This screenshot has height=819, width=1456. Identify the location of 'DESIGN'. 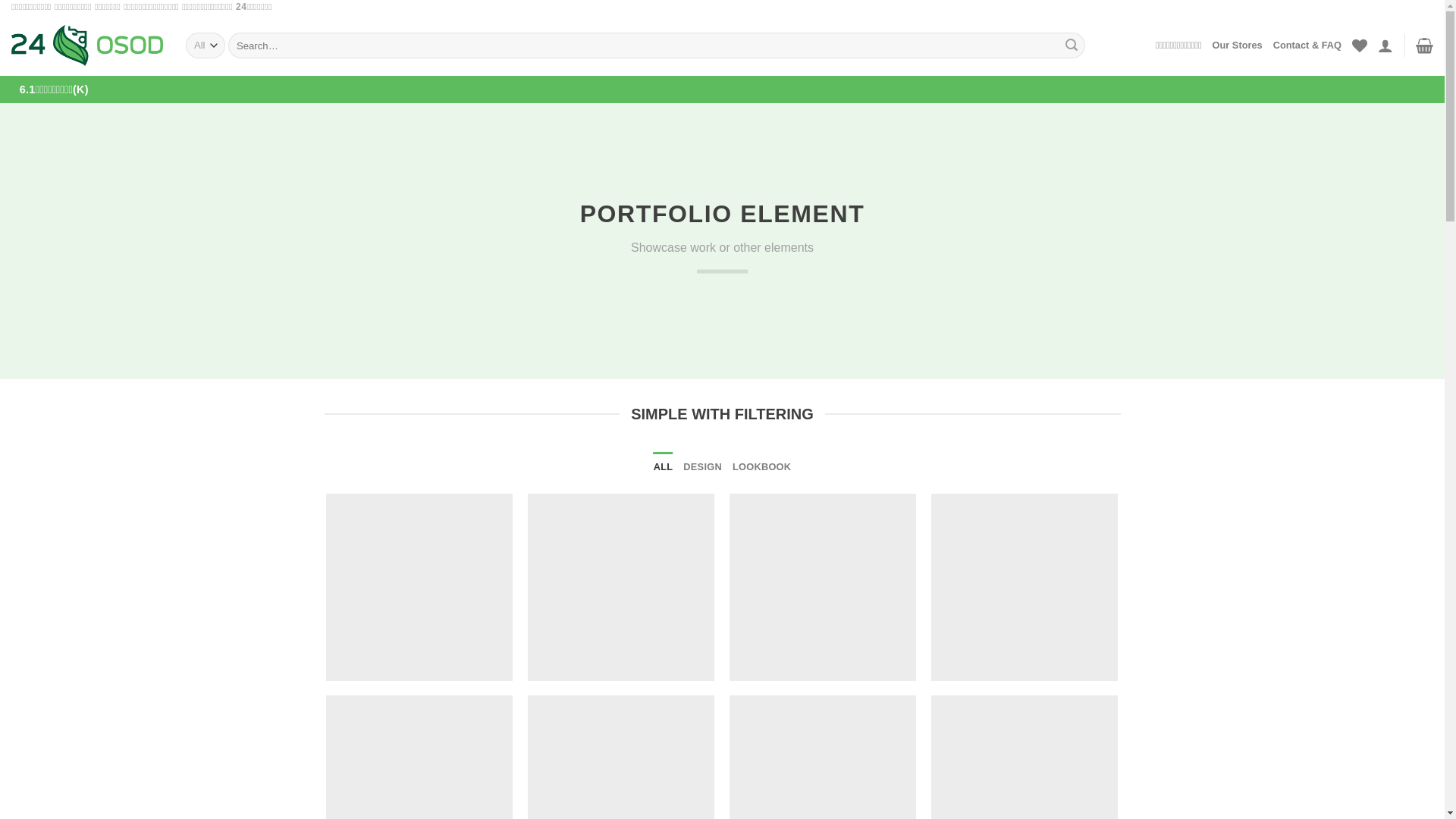
(682, 466).